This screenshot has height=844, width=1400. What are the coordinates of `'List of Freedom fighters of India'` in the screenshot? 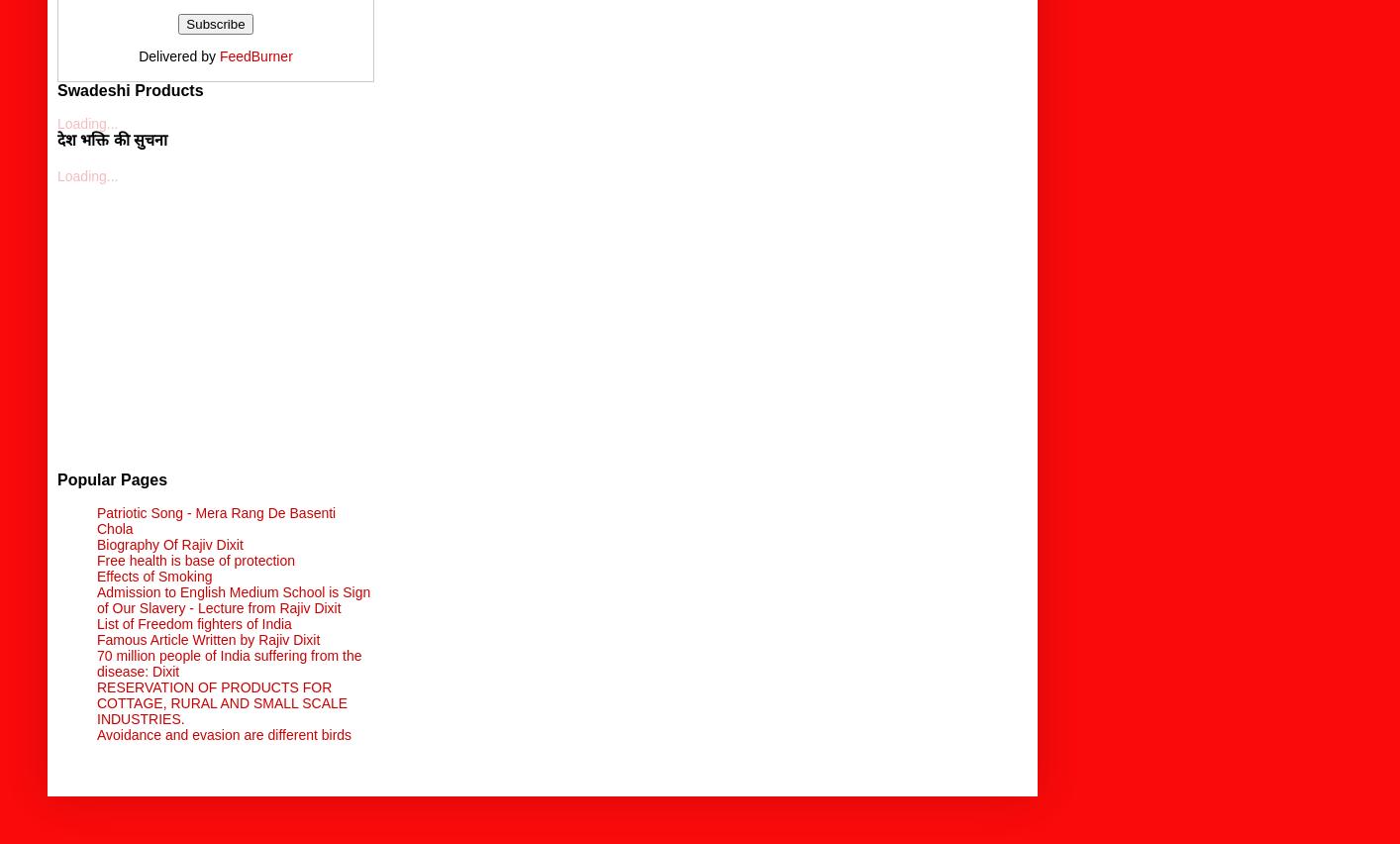 It's located at (193, 623).